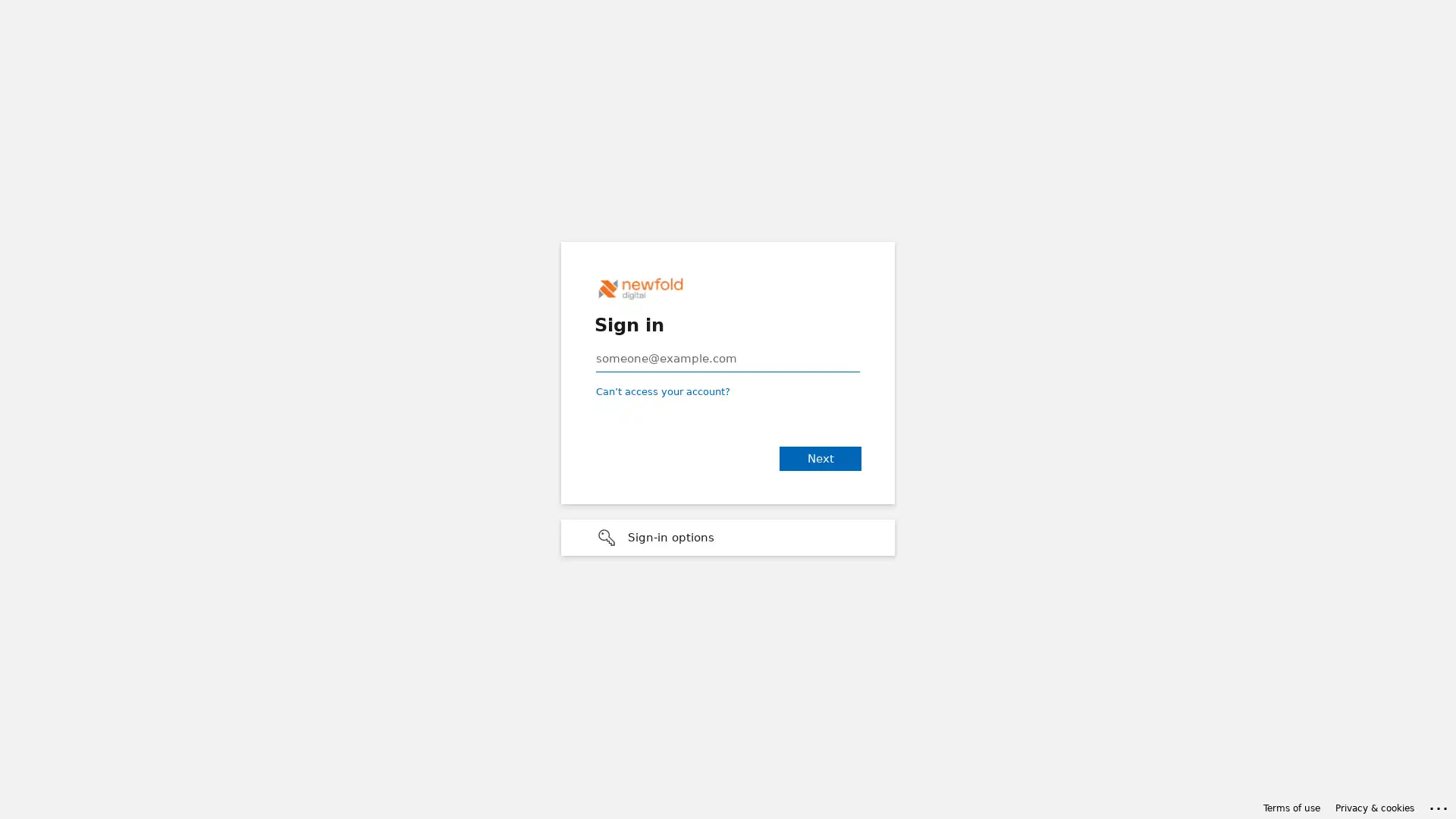  I want to click on Sign-in options, so click(728, 537).